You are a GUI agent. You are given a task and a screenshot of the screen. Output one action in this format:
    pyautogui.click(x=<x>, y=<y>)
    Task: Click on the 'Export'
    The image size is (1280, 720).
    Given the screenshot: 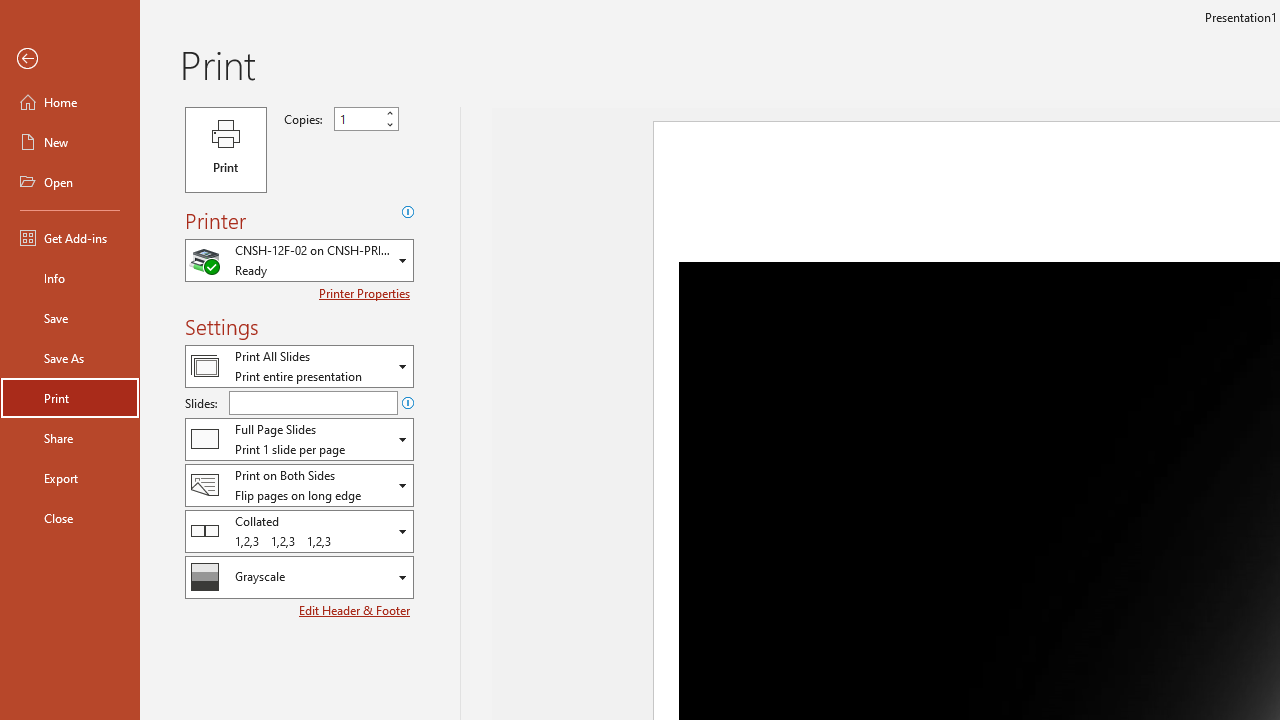 What is the action you would take?
    pyautogui.click(x=69, y=478)
    